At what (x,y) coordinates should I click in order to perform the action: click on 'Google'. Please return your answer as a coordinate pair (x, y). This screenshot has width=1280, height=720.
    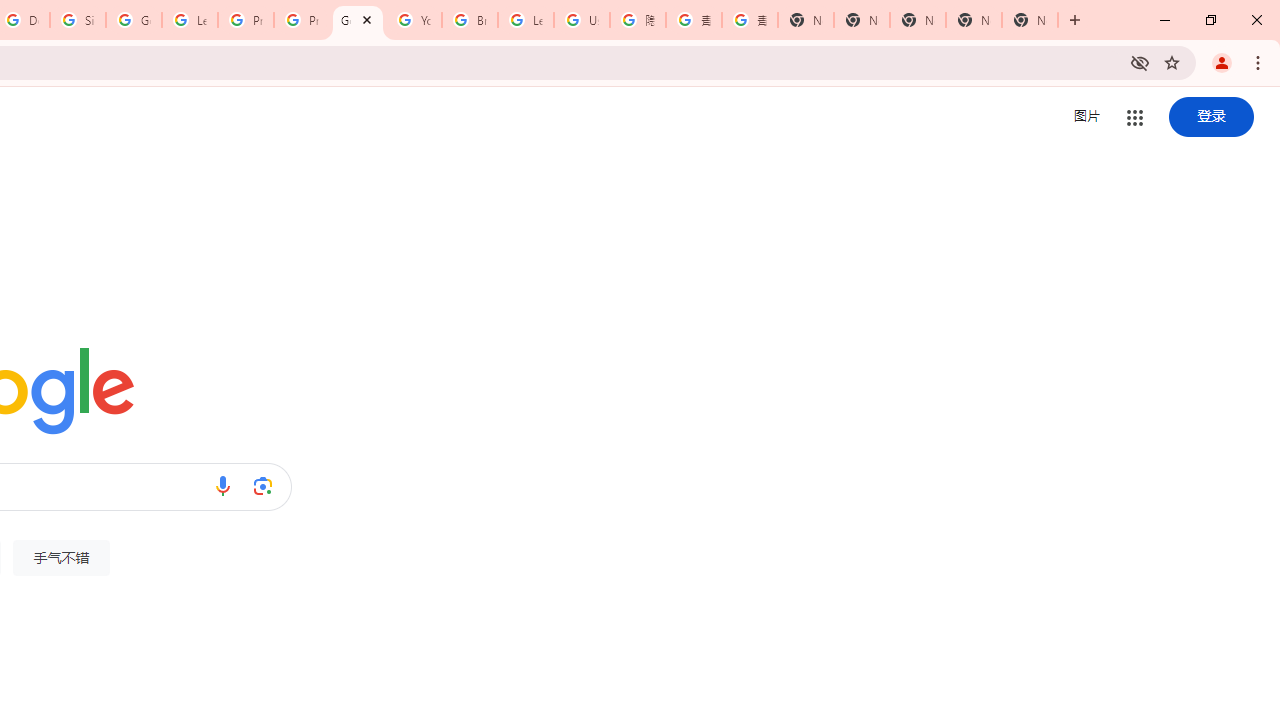
    Looking at the image, I should click on (358, 20).